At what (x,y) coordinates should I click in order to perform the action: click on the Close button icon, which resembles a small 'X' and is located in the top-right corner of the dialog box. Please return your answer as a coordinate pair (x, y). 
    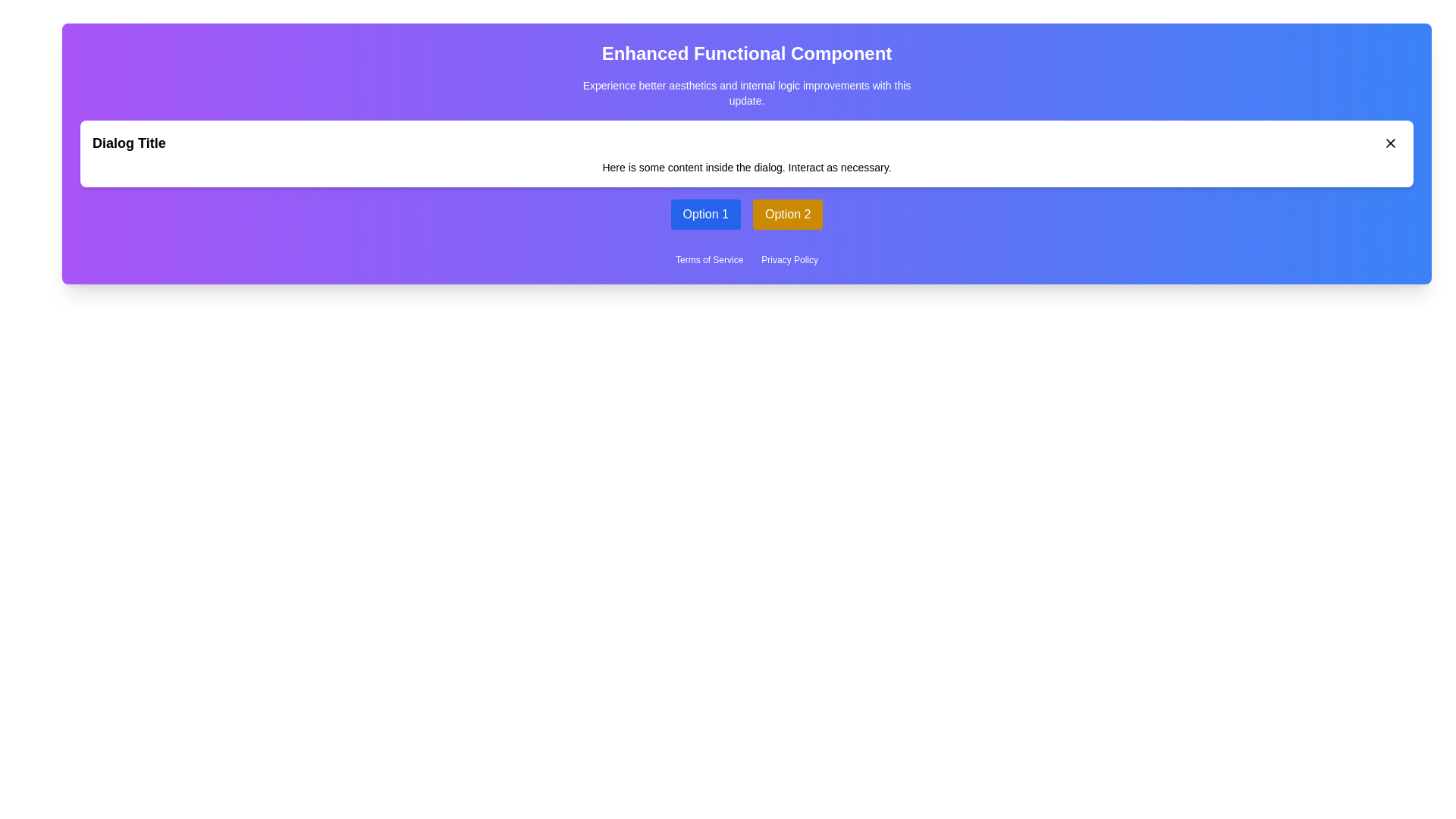
    Looking at the image, I should click on (1390, 143).